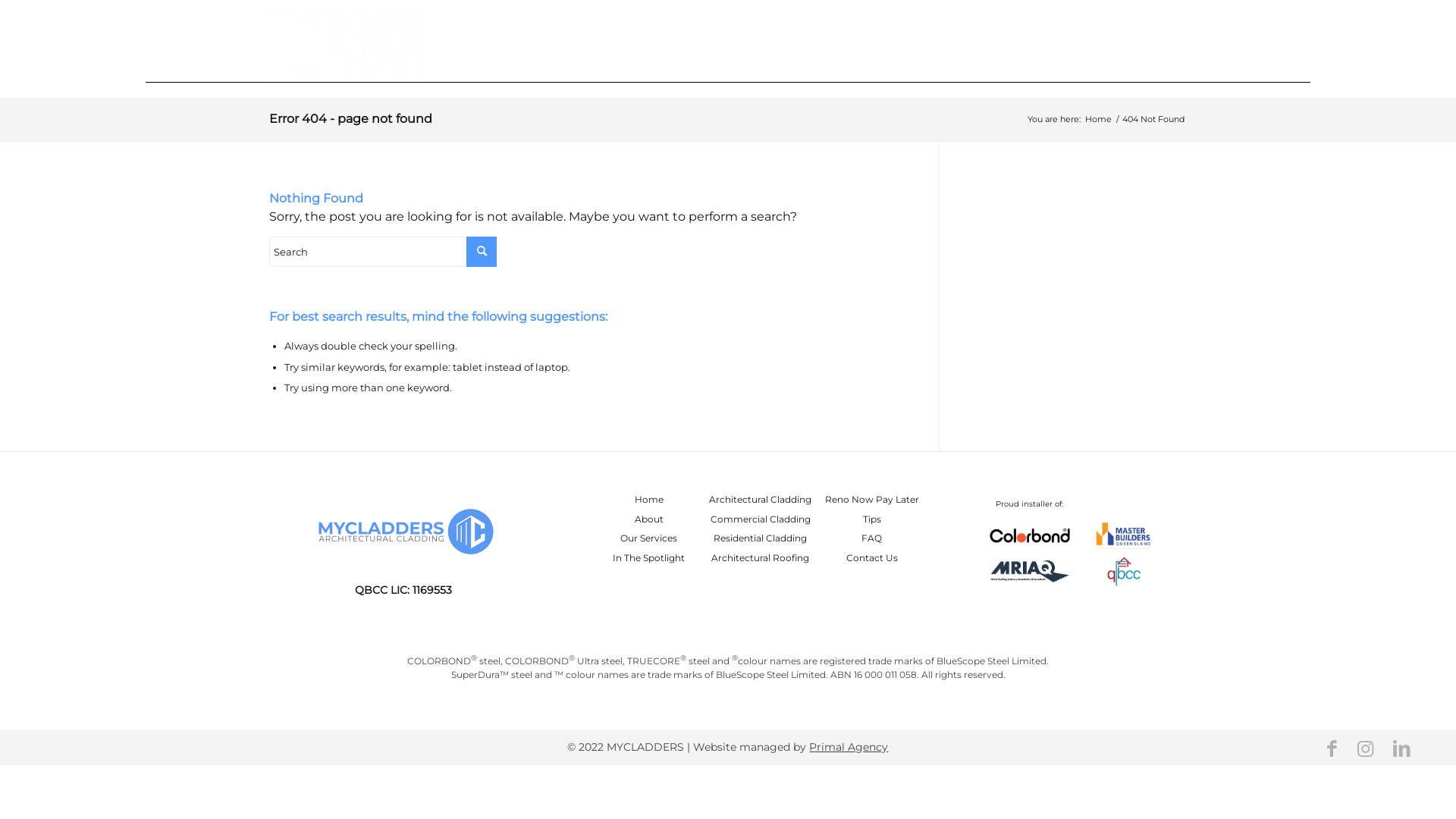 This screenshot has width=1456, height=819. What do you see at coordinates (872, 518) in the screenshot?
I see `'Tips'` at bounding box center [872, 518].